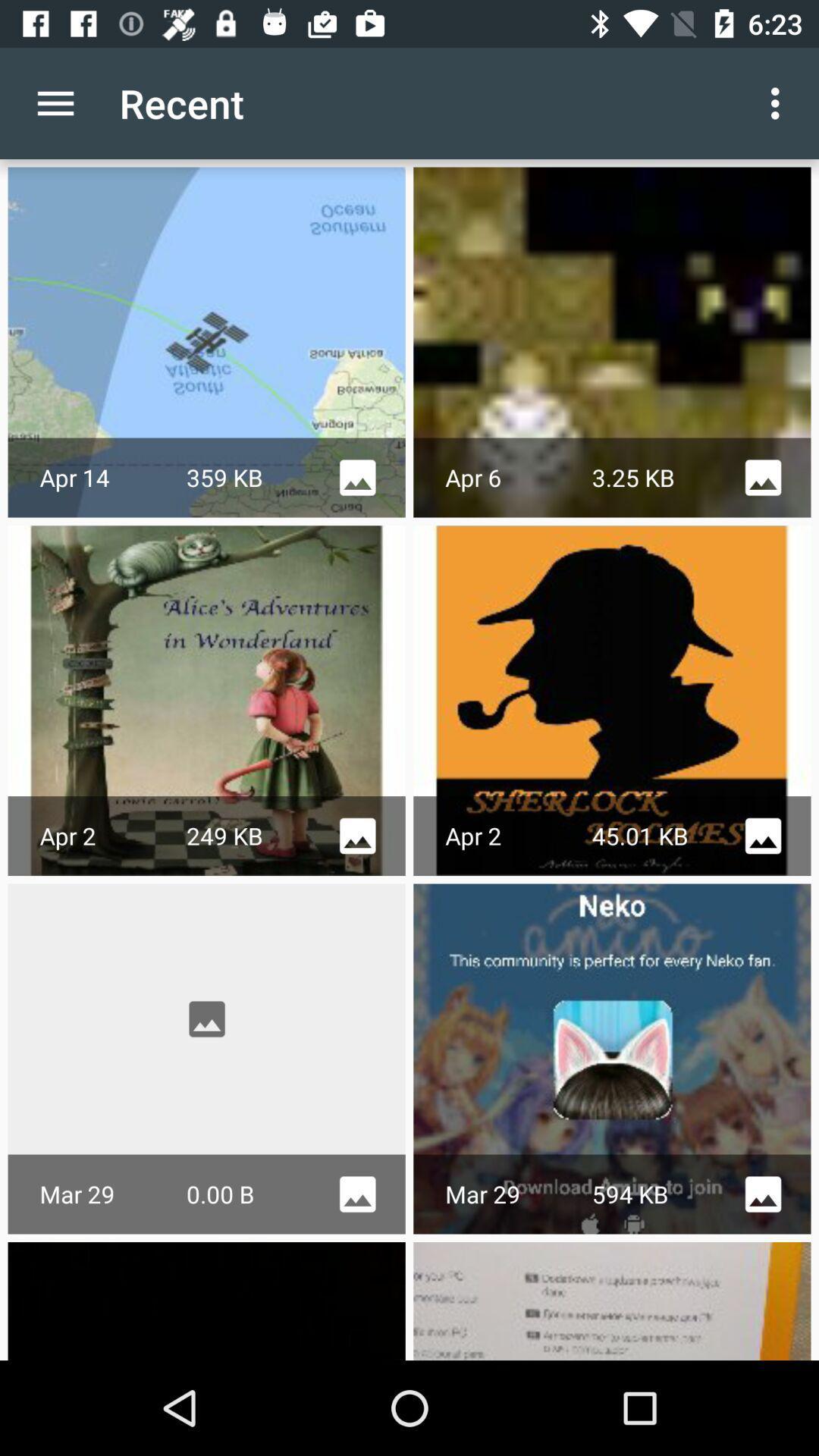 Image resolution: width=819 pixels, height=1456 pixels. What do you see at coordinates (55, 102) in the screenshot?
I see `icon next to the recent icon` at bounding box center [55, 102].